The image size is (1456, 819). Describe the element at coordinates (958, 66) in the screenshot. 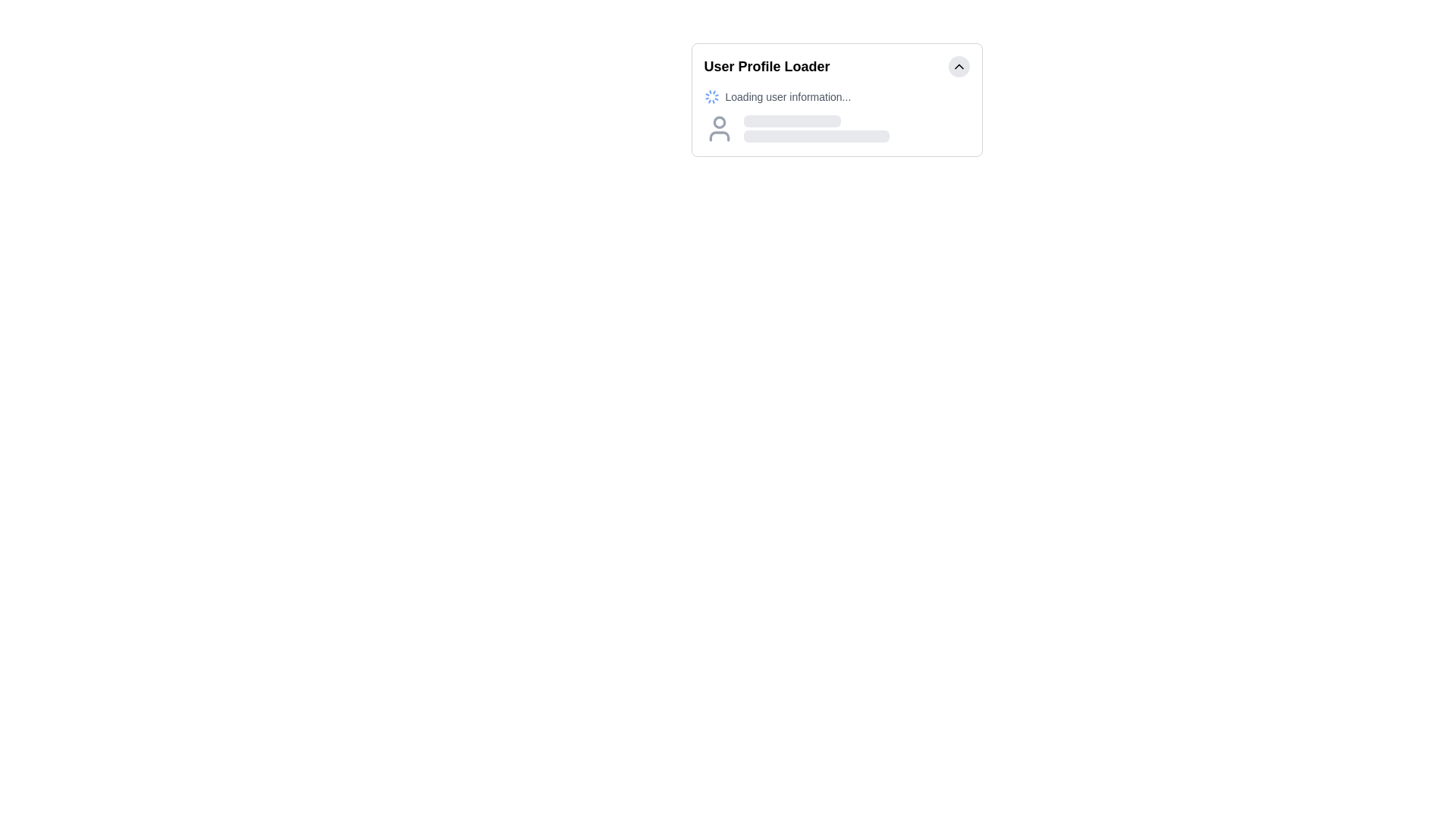

I see `the circular button with a light gray background and an upward-pointing chevron icon located at the top-right corner of the 'User Profile Loader' card` at that location.